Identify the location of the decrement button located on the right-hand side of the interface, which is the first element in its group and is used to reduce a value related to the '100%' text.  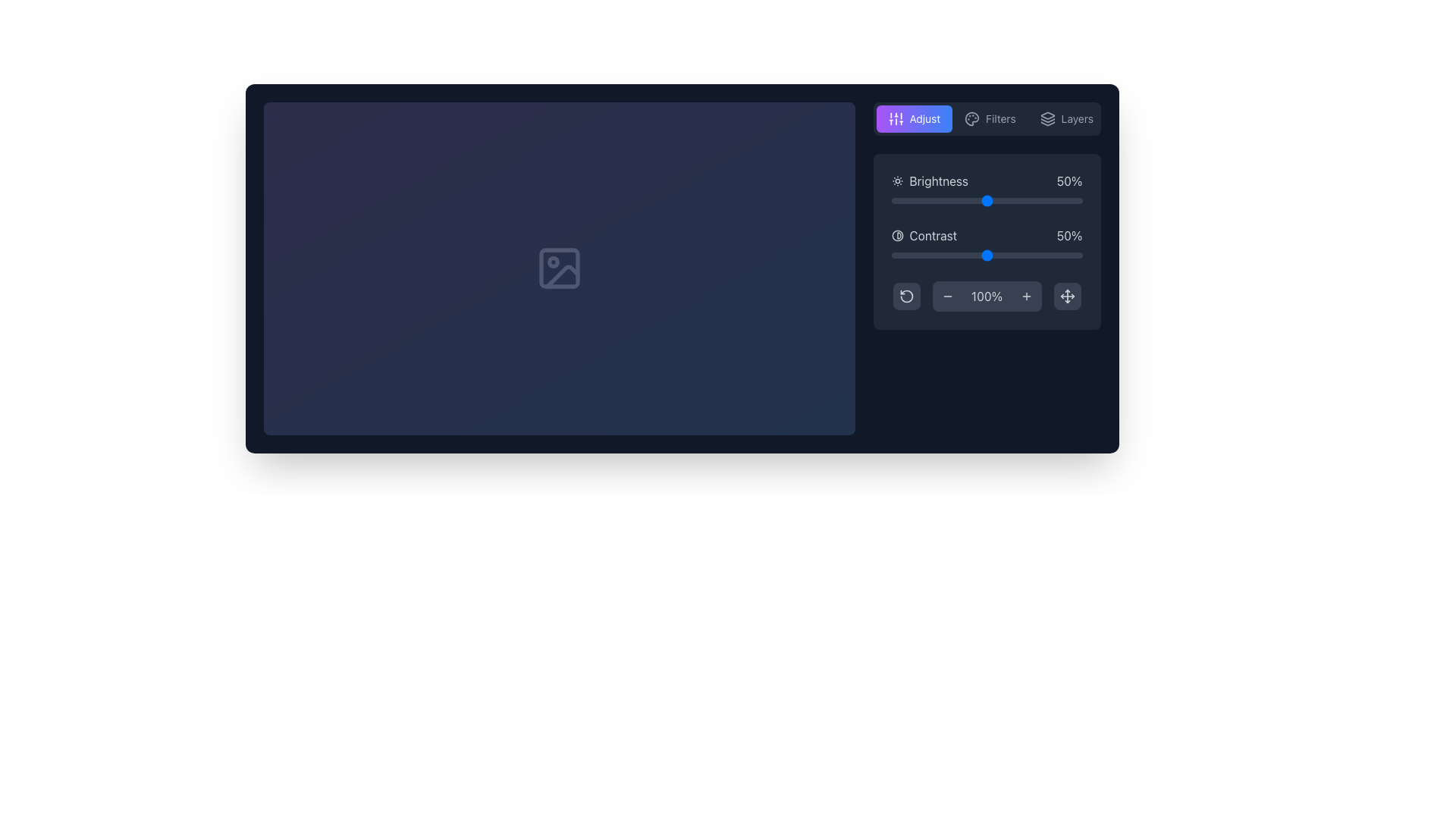
(946, 296).